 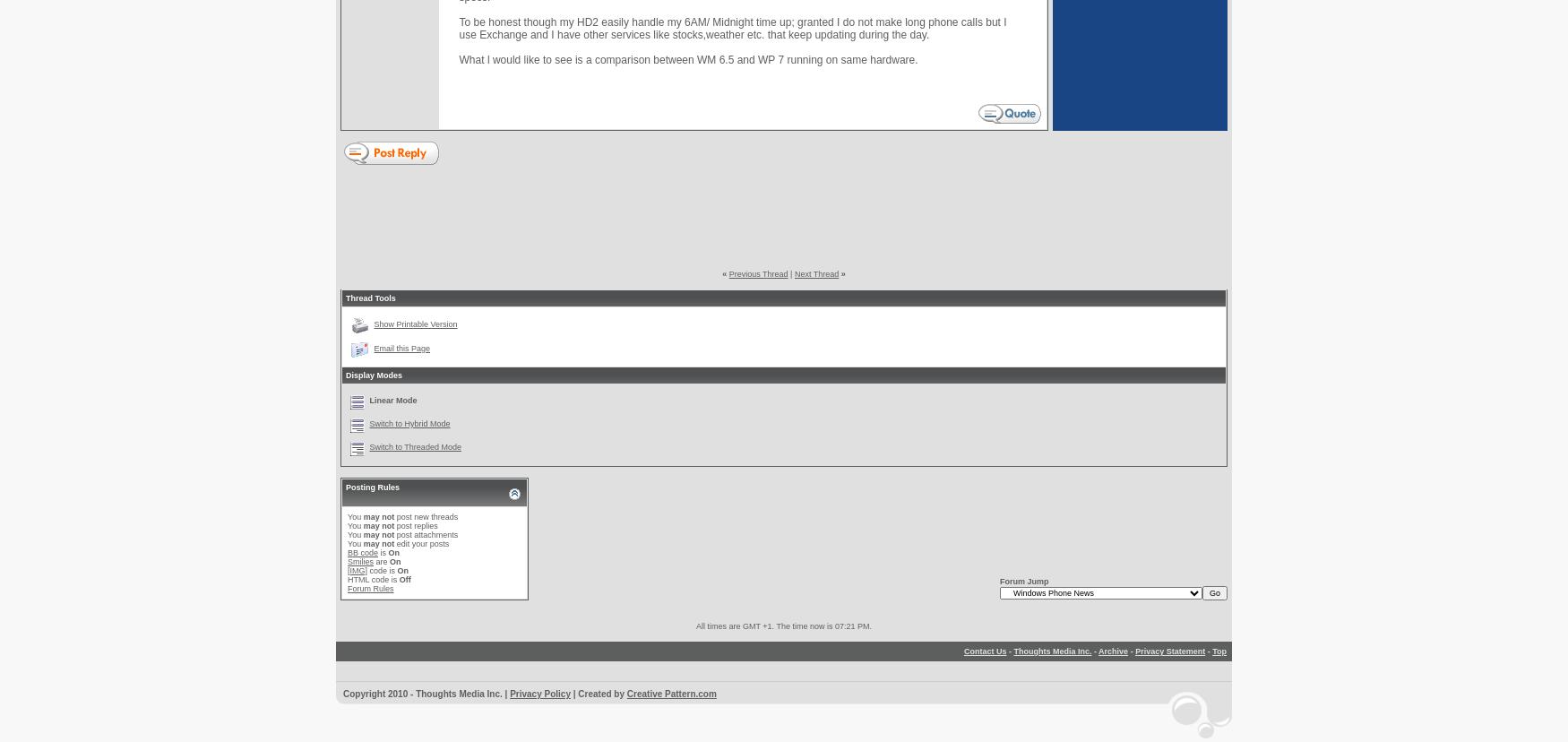 What do you see at coordinates (401, 347) in the screenshot?
I see `'Email this Page'` at bounding box center [401, 347].